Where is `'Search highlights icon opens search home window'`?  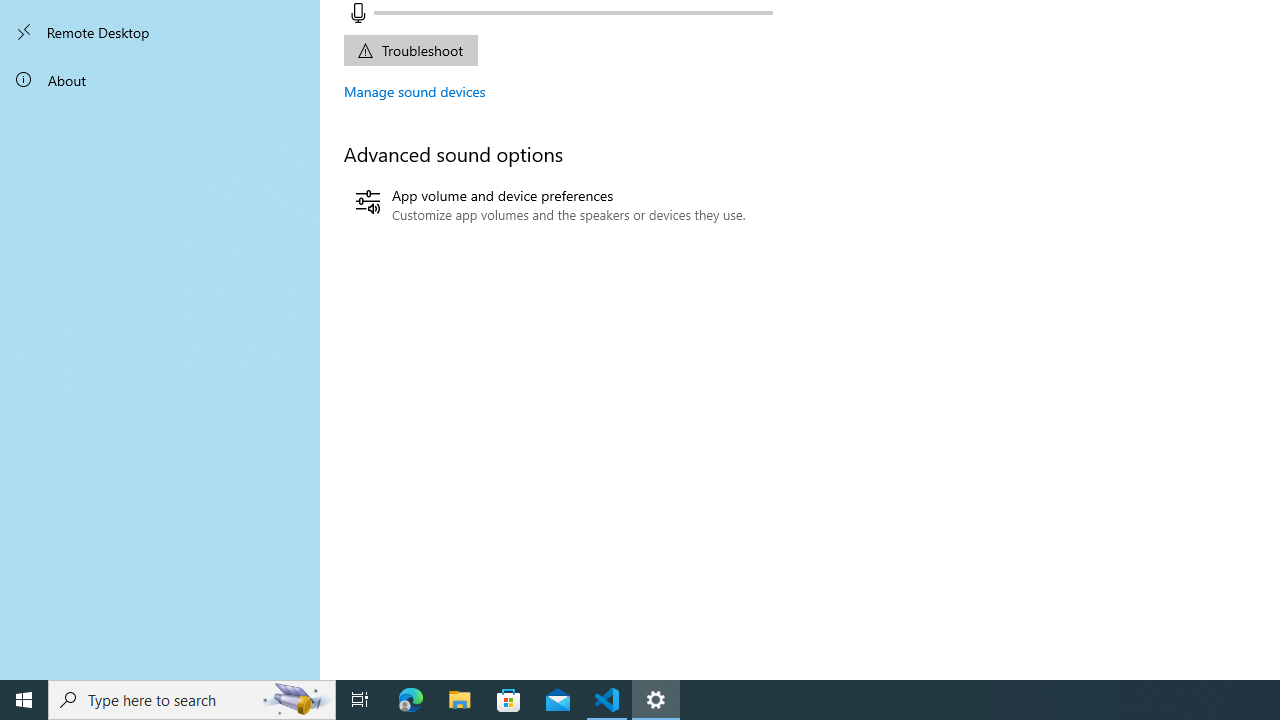
'Search highlights icon opens search home window' is located at coordinates (294, 698).